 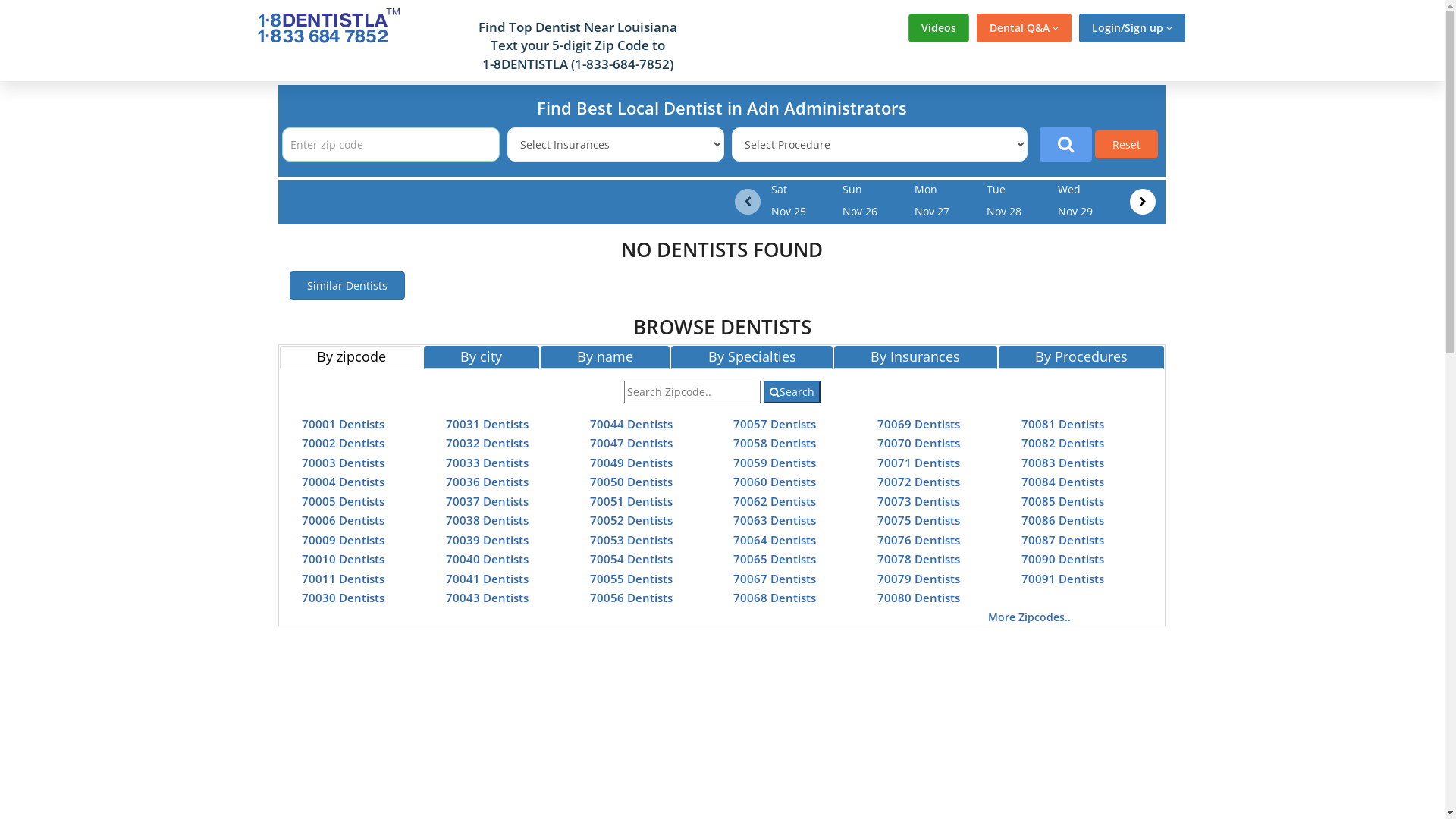 I want to click on '70010 Dentists', so click(x=302, y=558).